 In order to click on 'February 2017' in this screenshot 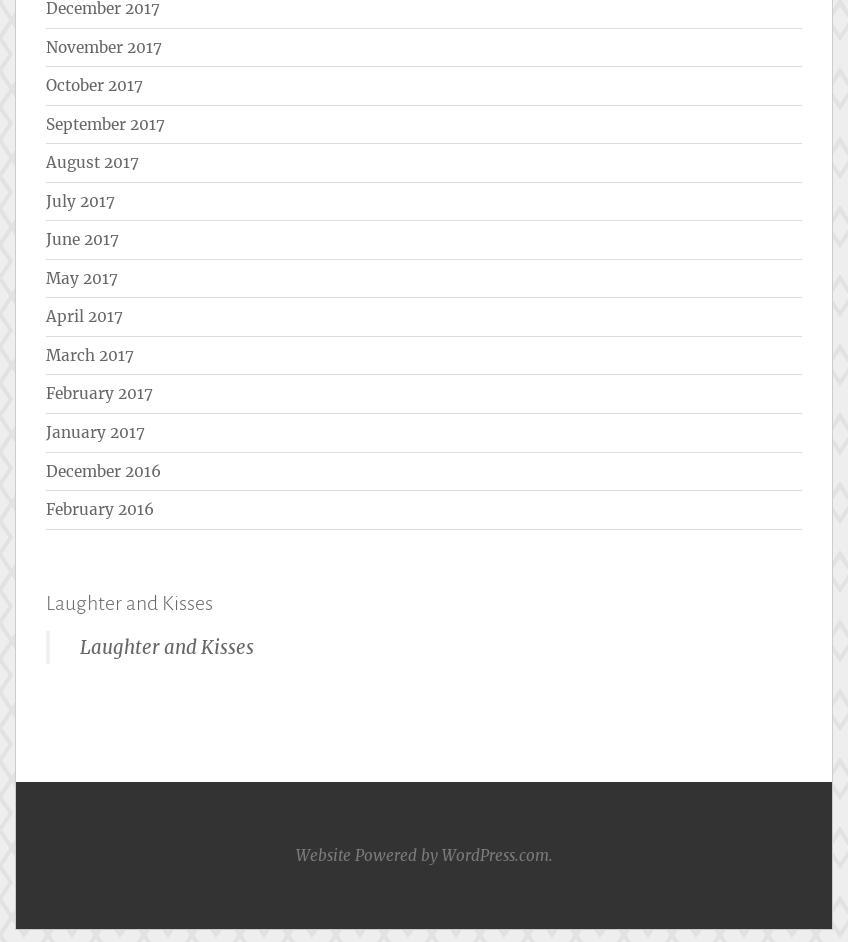, I will do `click(99, 393)`.